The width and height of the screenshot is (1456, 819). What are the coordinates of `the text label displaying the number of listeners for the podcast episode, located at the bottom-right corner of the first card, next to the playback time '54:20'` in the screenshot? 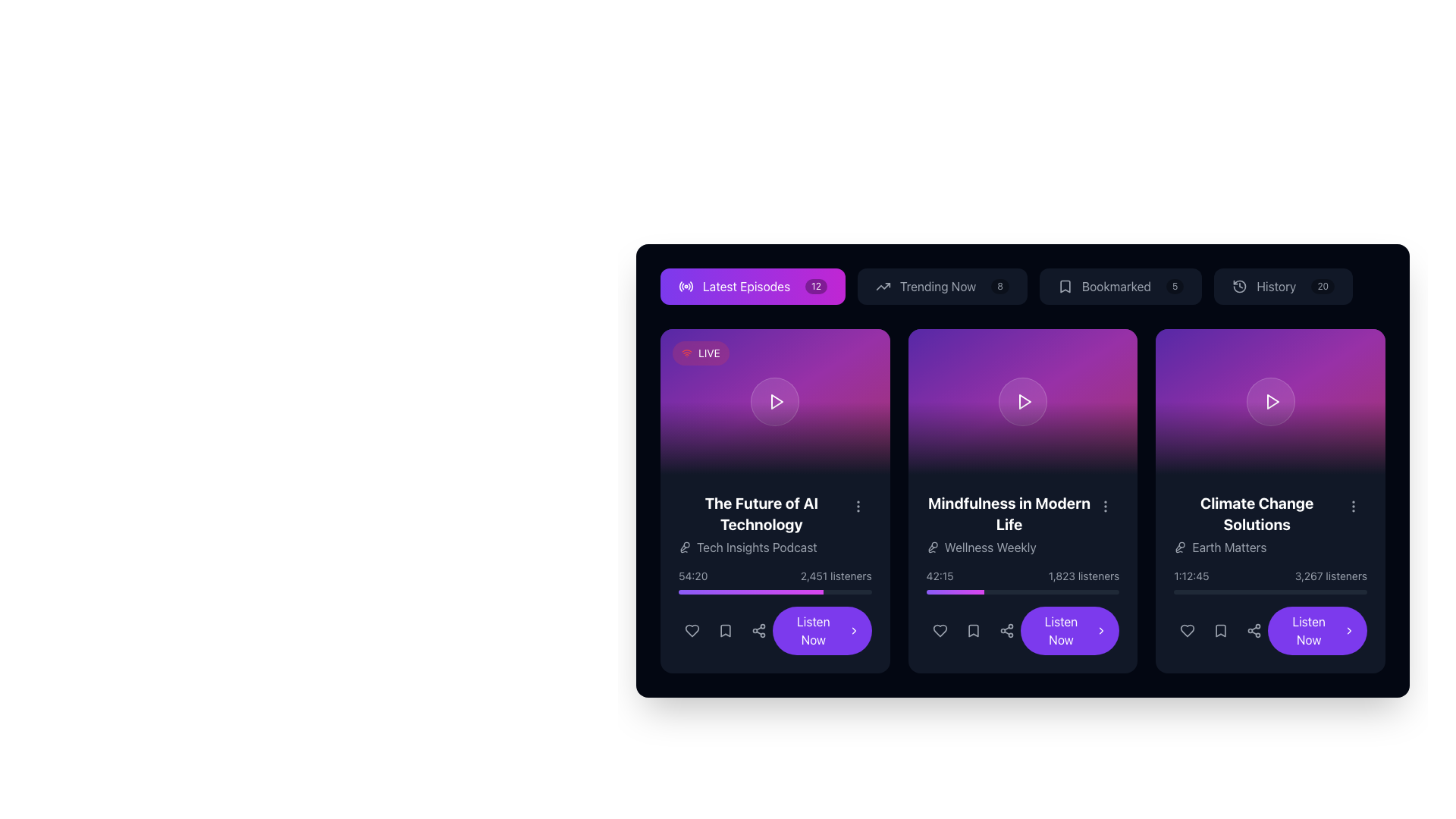 It's located at (835, 576).